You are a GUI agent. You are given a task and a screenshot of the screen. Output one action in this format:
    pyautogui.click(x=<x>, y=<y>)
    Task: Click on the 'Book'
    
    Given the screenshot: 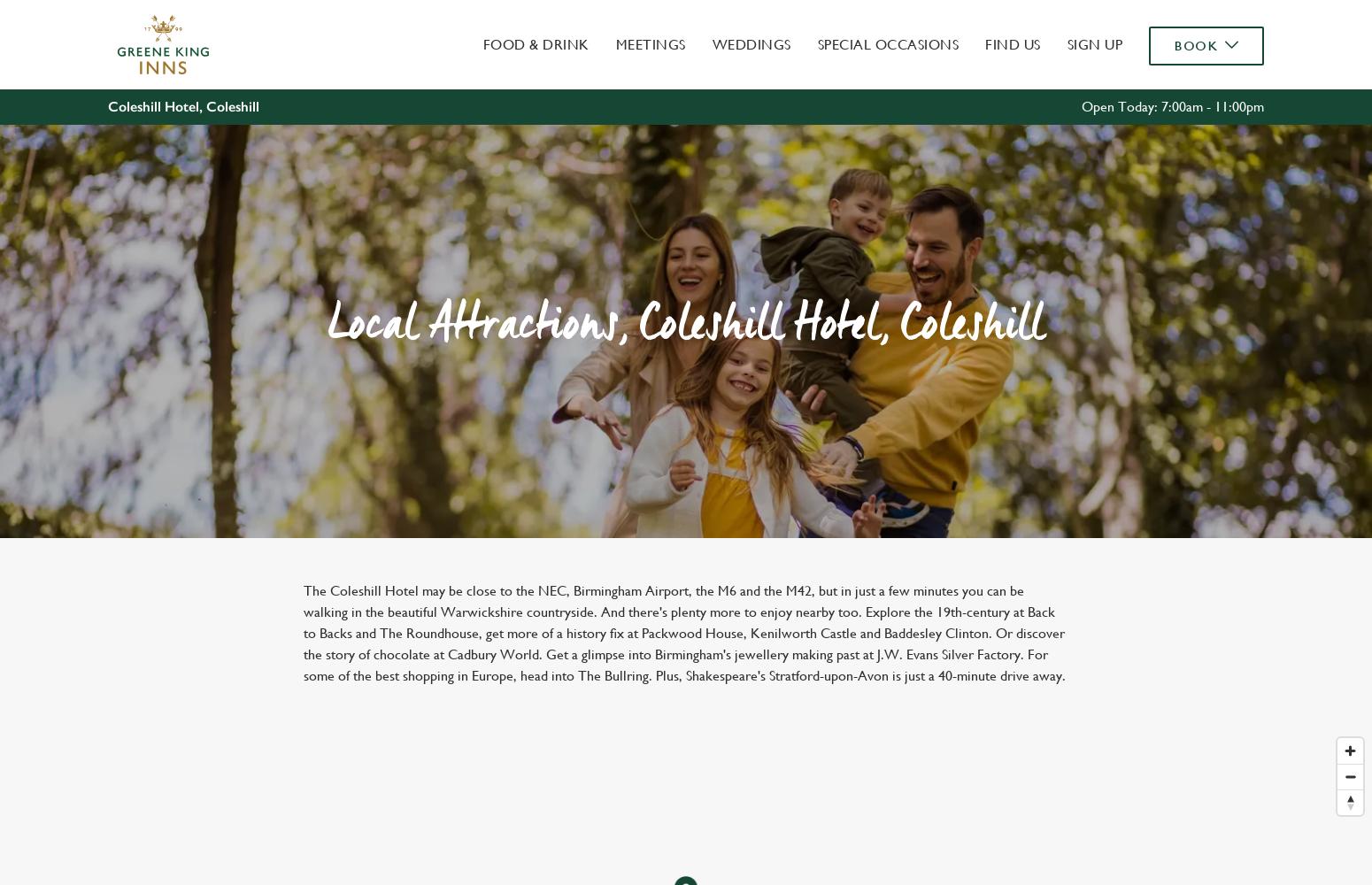 What is the action you would take?
    pyautogui.click(x=1195, y=45)
    